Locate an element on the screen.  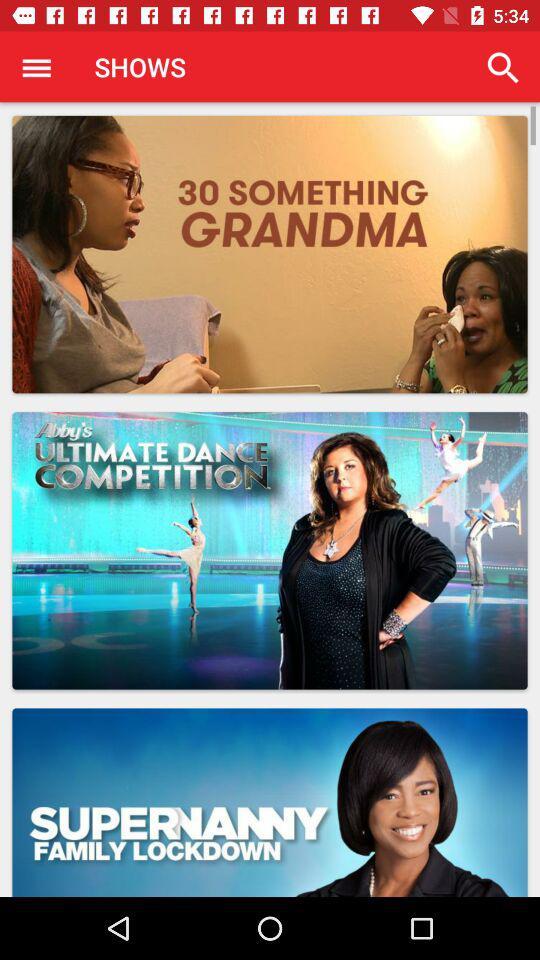
app to the right of shows item is located at coordinates (502, 67).